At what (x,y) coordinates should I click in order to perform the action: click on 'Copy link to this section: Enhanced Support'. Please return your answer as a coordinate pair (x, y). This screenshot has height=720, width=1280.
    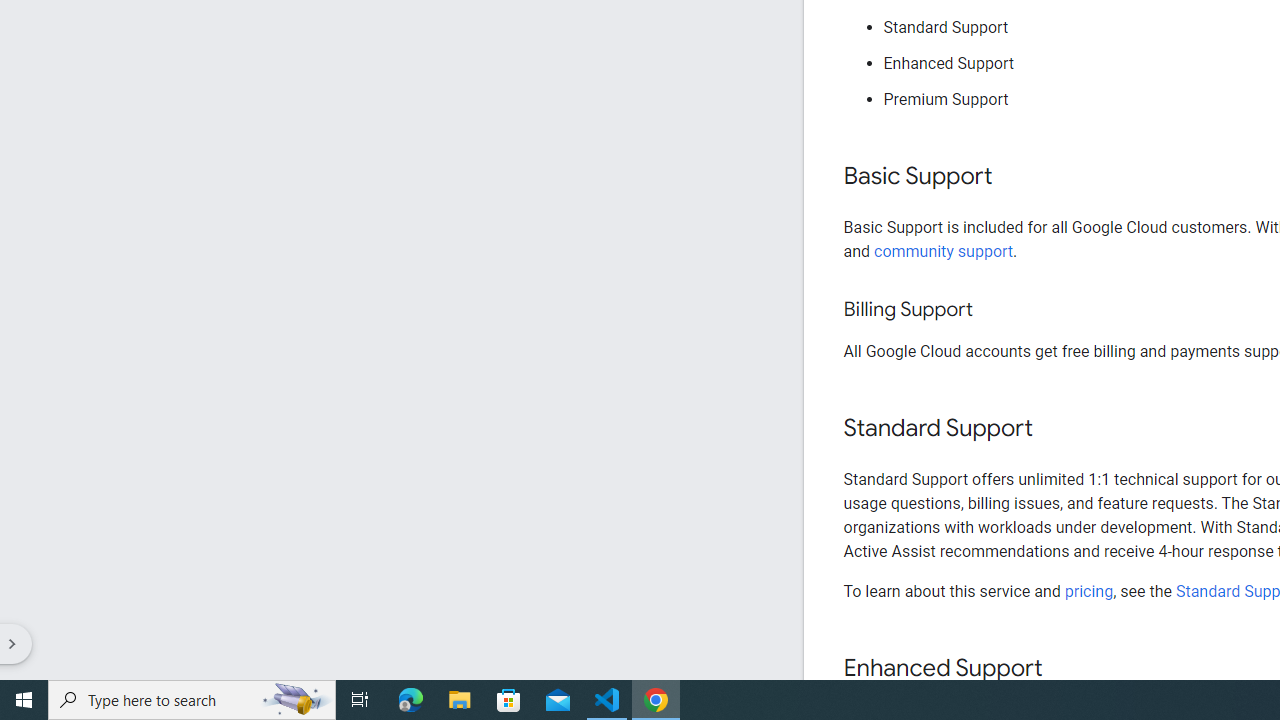
    Looking at the image, I should click on (1061, 669).